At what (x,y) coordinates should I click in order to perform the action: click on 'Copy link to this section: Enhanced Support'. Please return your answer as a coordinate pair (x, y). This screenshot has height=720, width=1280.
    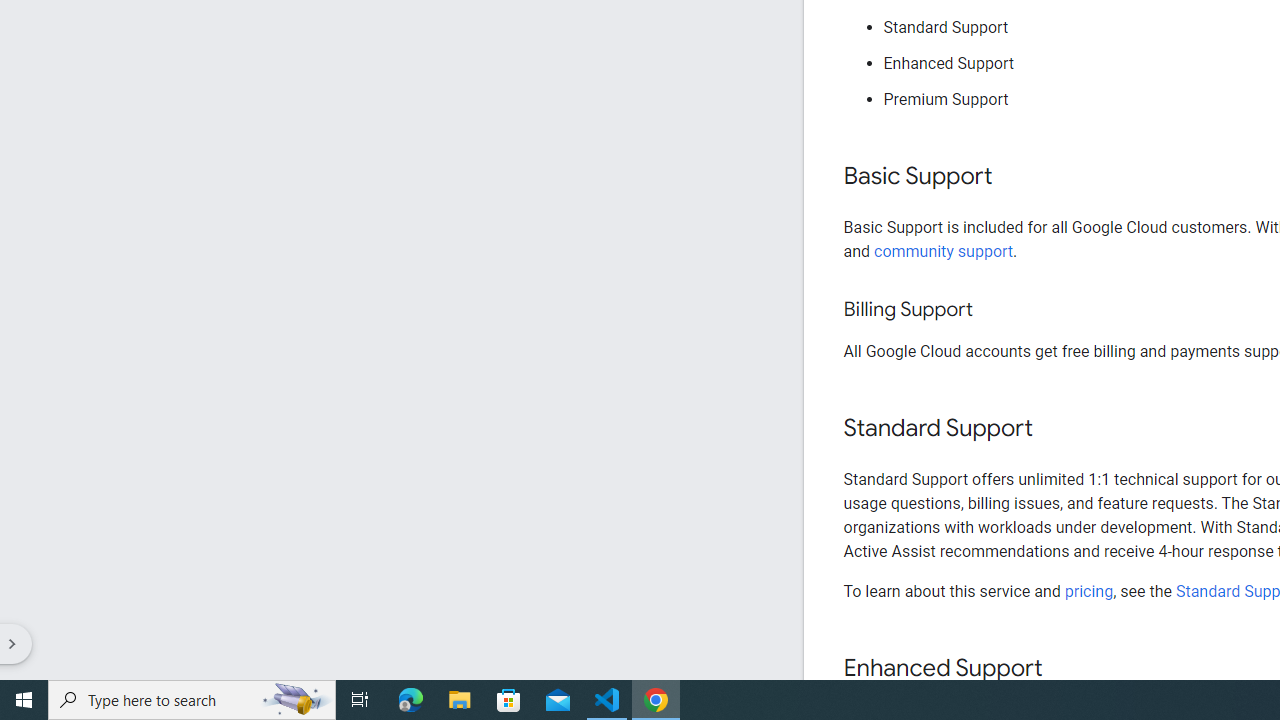
    Looking at the image, I should click on (1061, 669).